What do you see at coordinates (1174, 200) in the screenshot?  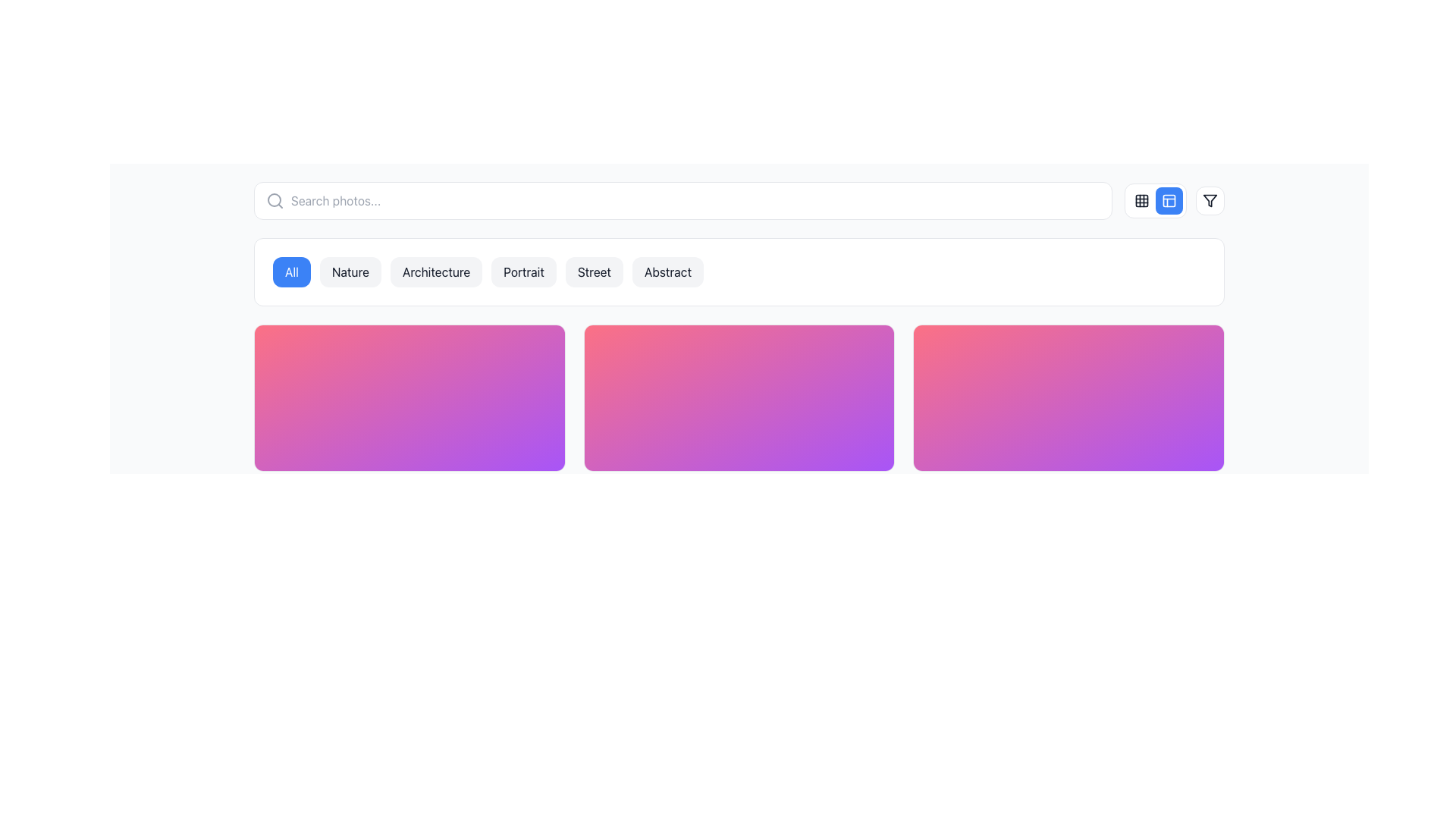 I see `the middle button with a blue background and white text` at bounding box center [1174, 200].